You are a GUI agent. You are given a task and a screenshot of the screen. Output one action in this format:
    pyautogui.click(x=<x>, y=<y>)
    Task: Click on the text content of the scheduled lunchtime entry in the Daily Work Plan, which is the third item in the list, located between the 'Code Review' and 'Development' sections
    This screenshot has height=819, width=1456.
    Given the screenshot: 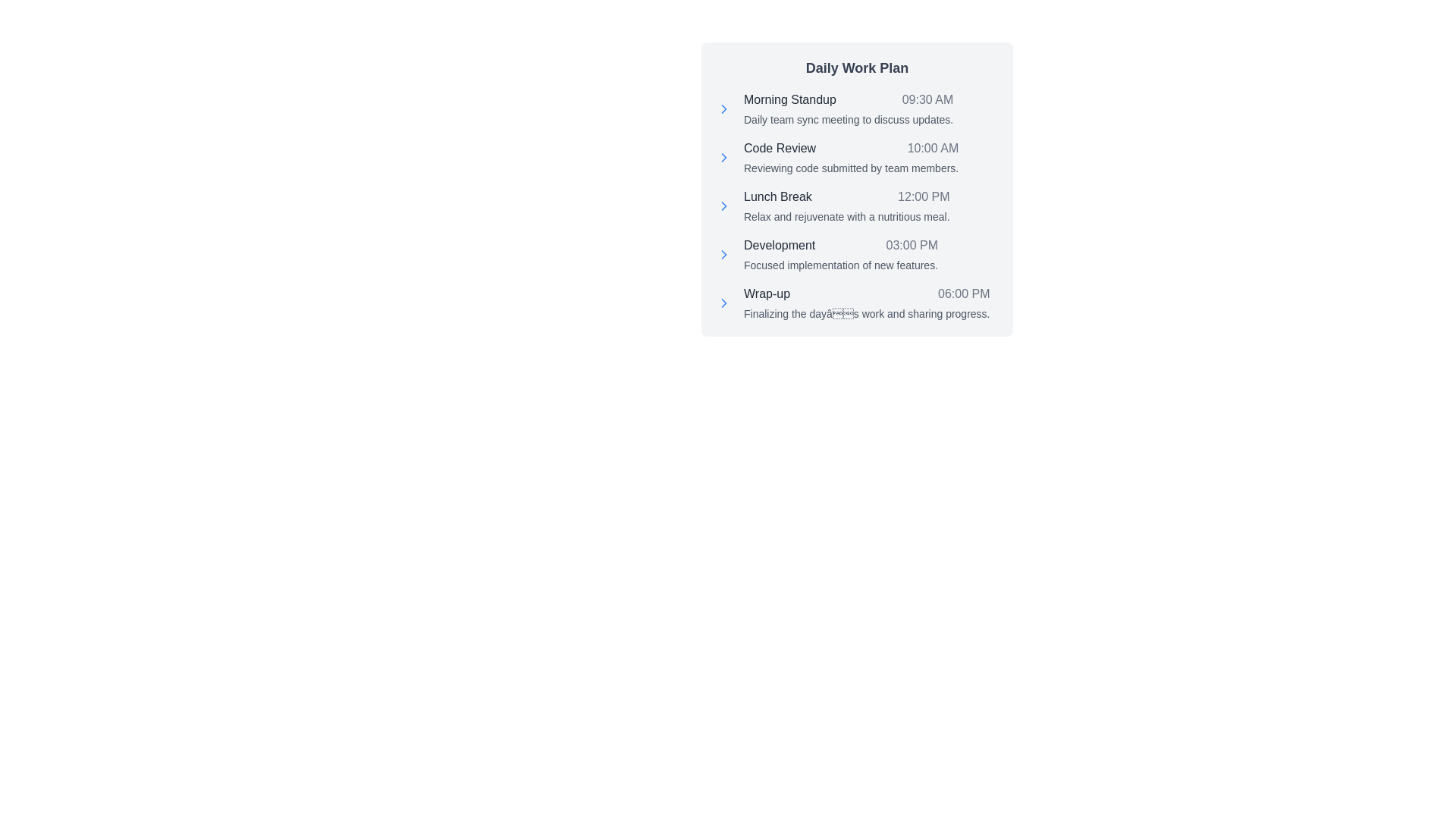 What is the action you would take?
    pyautogui.click(x=846, y=206)
    